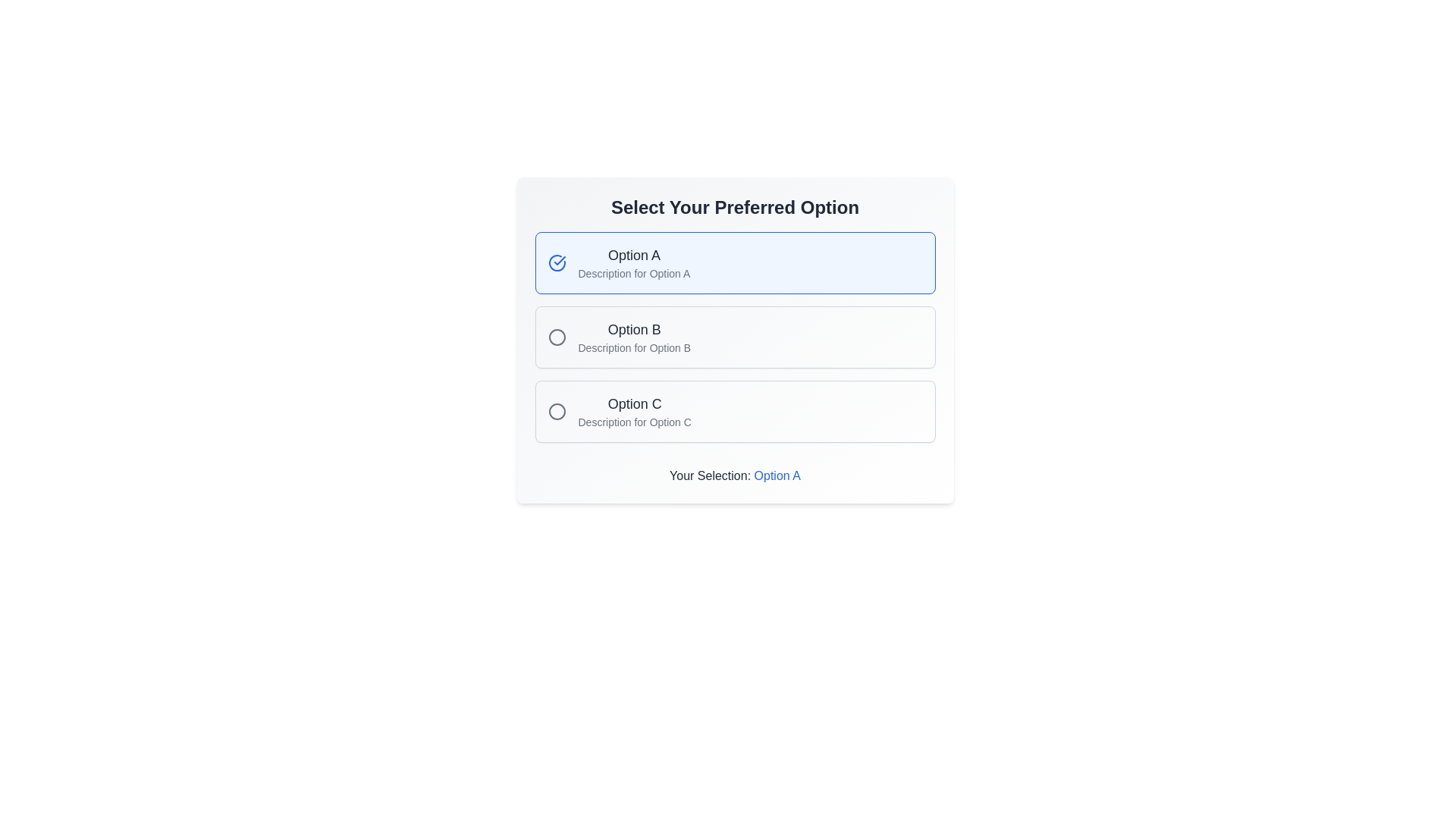 Image resolution: width=1456 pixels, height=819 pixels. I want to click on the circular selectable indicator icon with a blue border and checkmark inside, located to the left of 'Option A' in the selection panel, so click(556, 262).